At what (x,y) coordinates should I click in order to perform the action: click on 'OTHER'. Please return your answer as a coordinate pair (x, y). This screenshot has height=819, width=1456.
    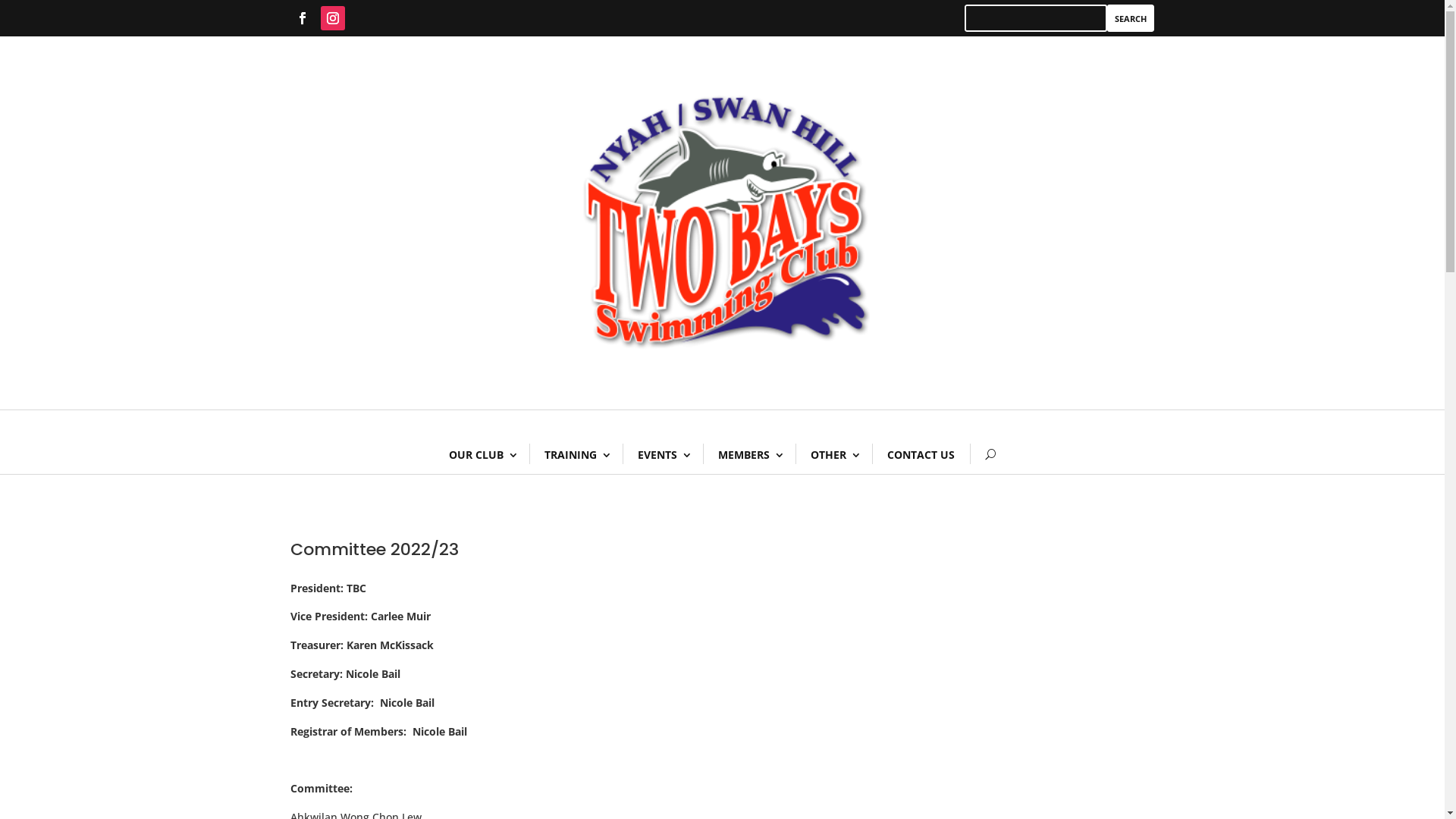
    Looking at the image, I should click on (833, 453).